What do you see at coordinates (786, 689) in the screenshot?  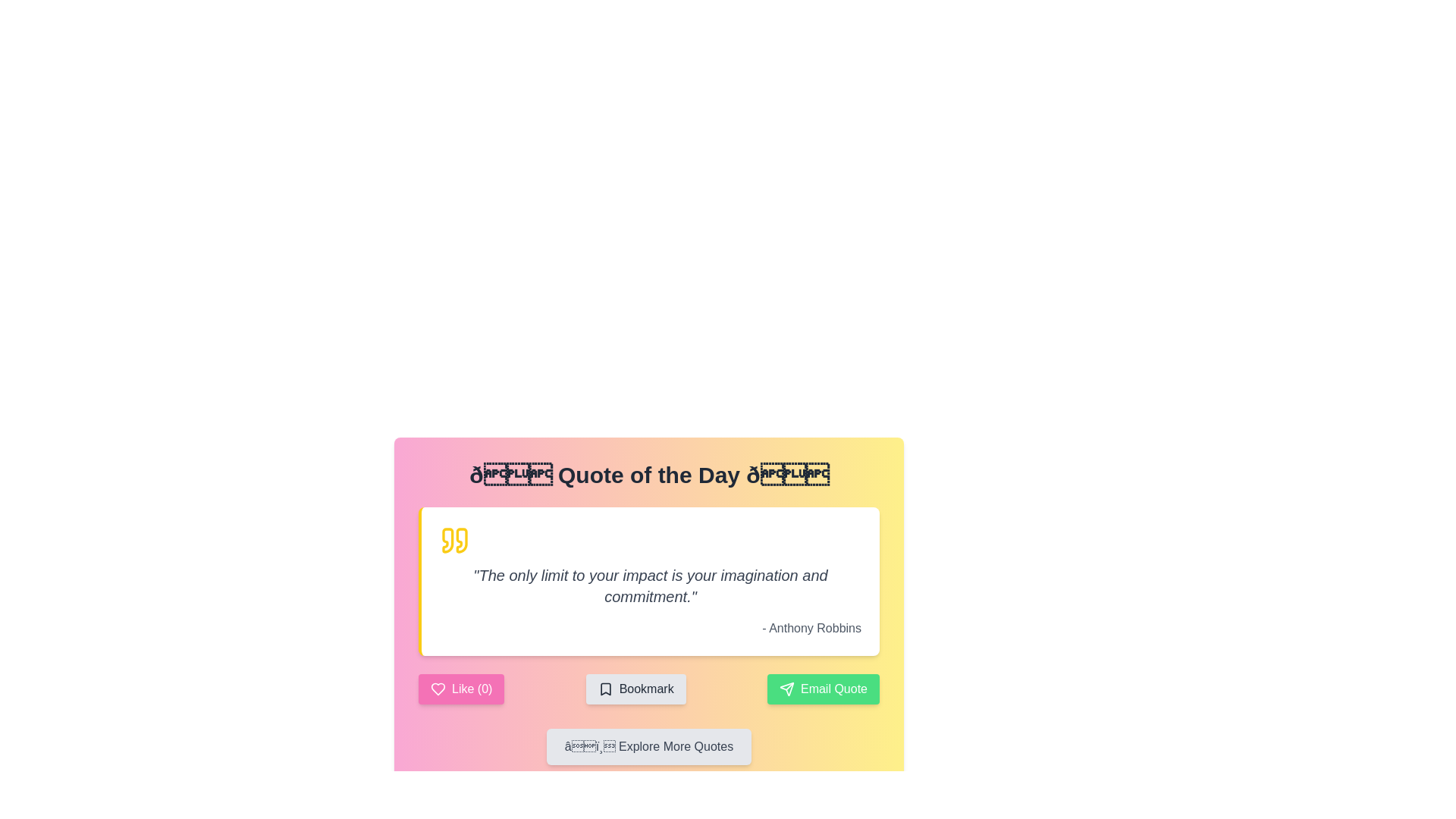 I see `the graphic icon within the vibrant green square button labeled 'Email Quote', which is located in the lower right corner of the panel, to the right of the 'Bookmark' button` at bounding box center [786, 689].